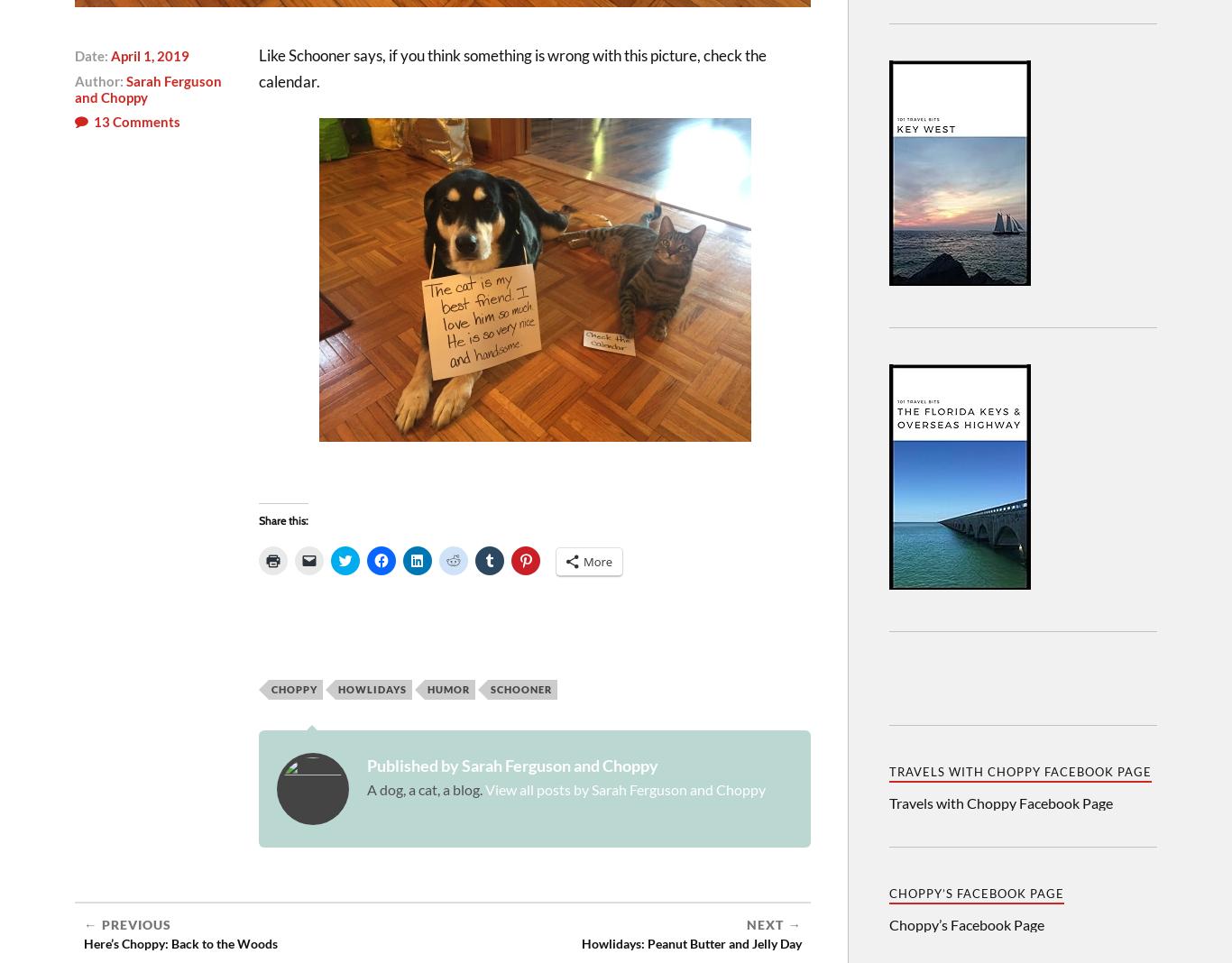  Describe the element at coordinates (294, 689) in the screenshot. I see `'choppy'` at that location.